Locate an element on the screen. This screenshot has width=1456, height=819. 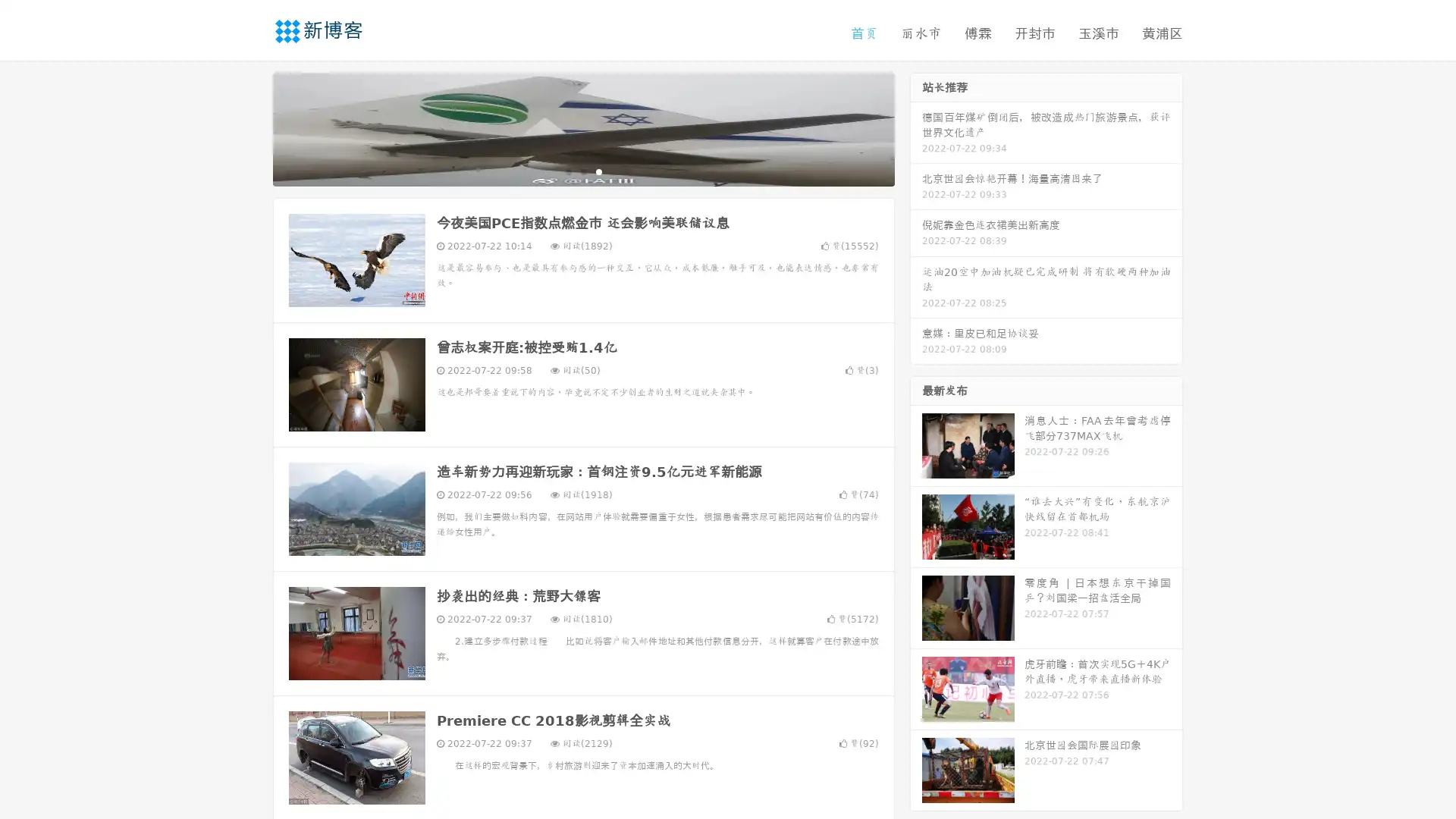
Previous slide is located at coordinates (250, 127).